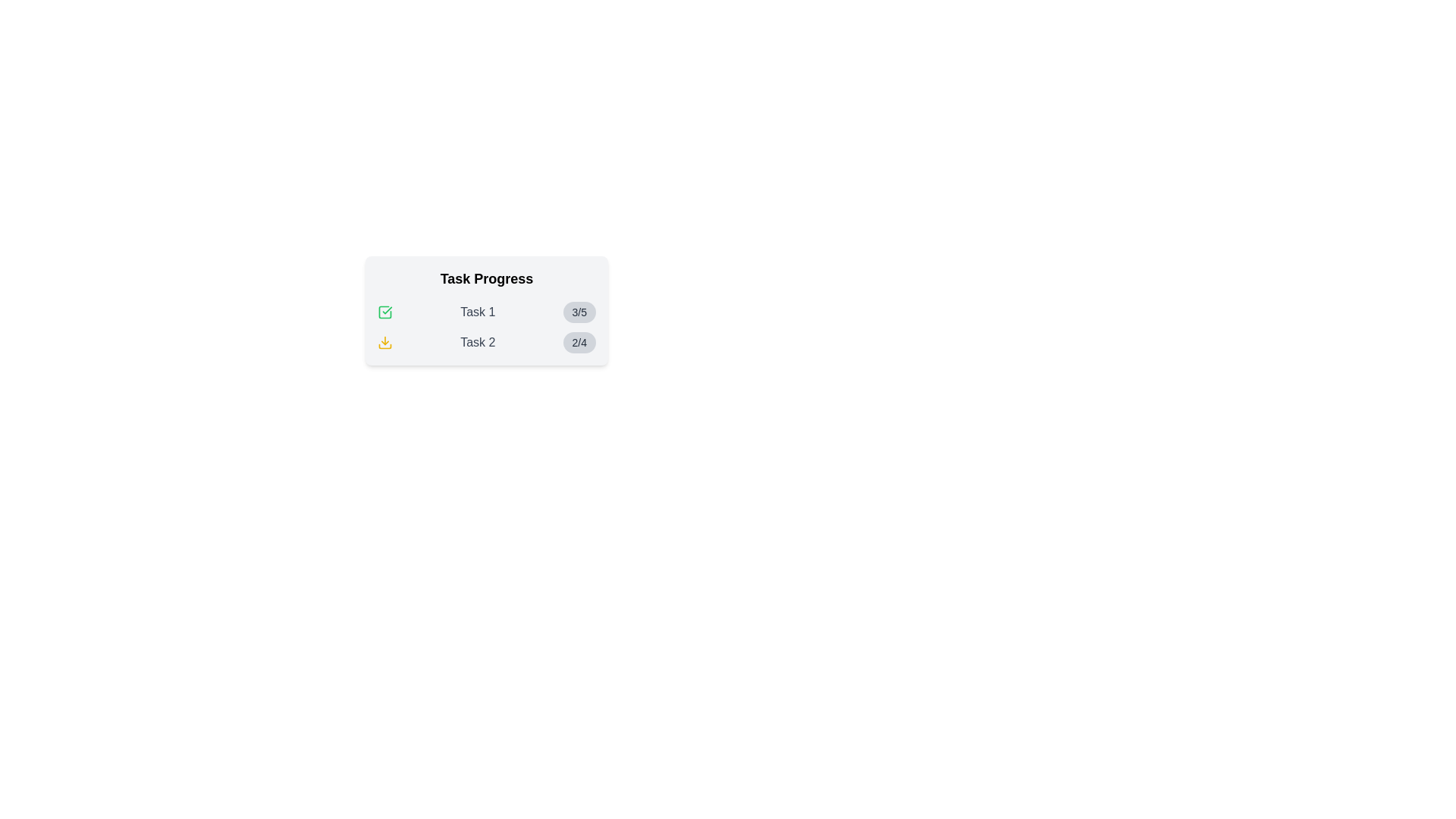 Image resolution: width=1456 pixels, height=819 pixels. Describe the element at coordinates (579, 342) in the screenshot. I see `the small rectangular badge with a grey background containing the text '2/4', positioned at the right end of the row associated with 'Task 2'` at that location.